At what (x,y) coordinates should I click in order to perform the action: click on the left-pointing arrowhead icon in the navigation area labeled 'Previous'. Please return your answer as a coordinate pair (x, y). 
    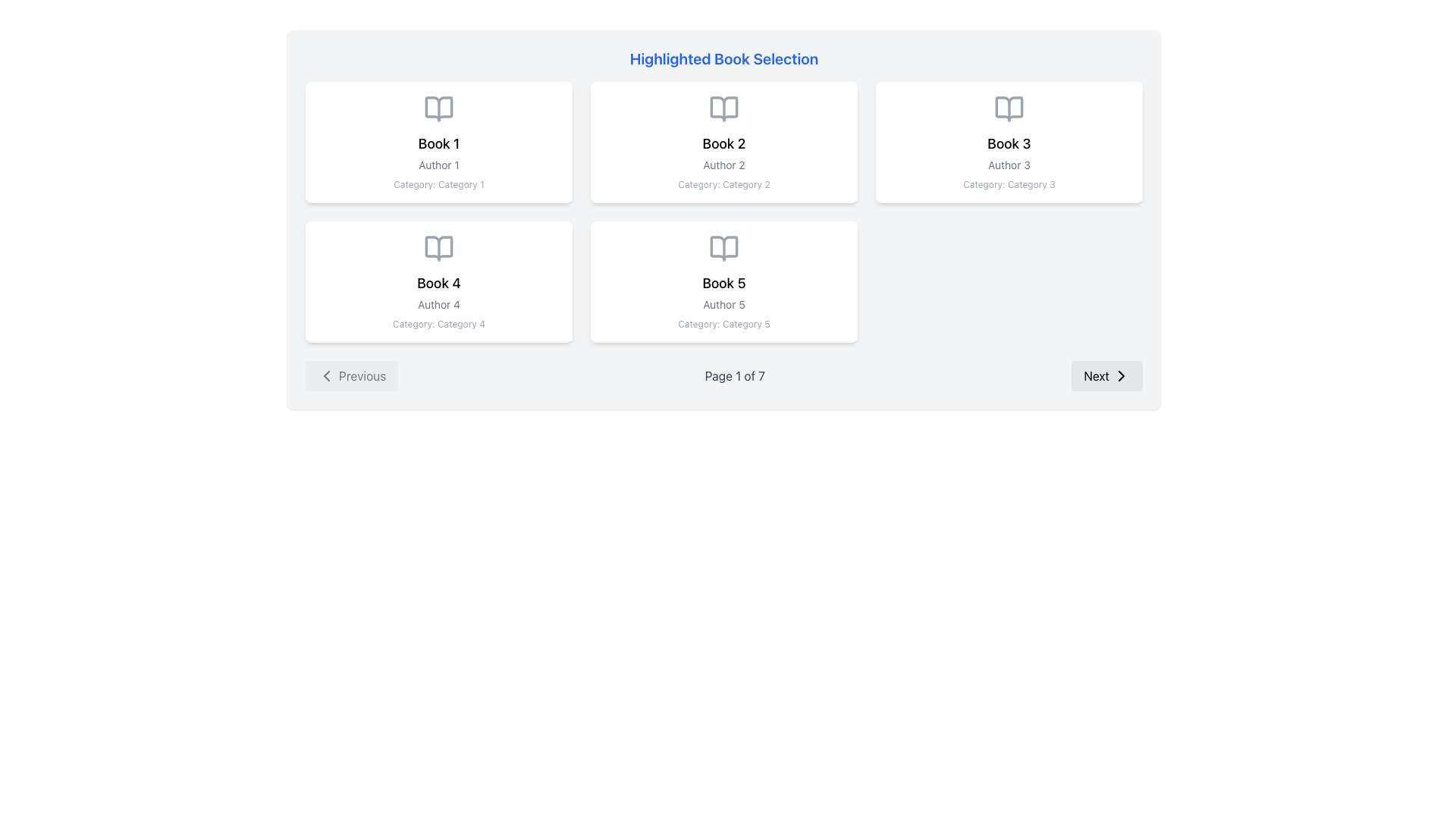
    Looking at the image, I should click on (326, 375).